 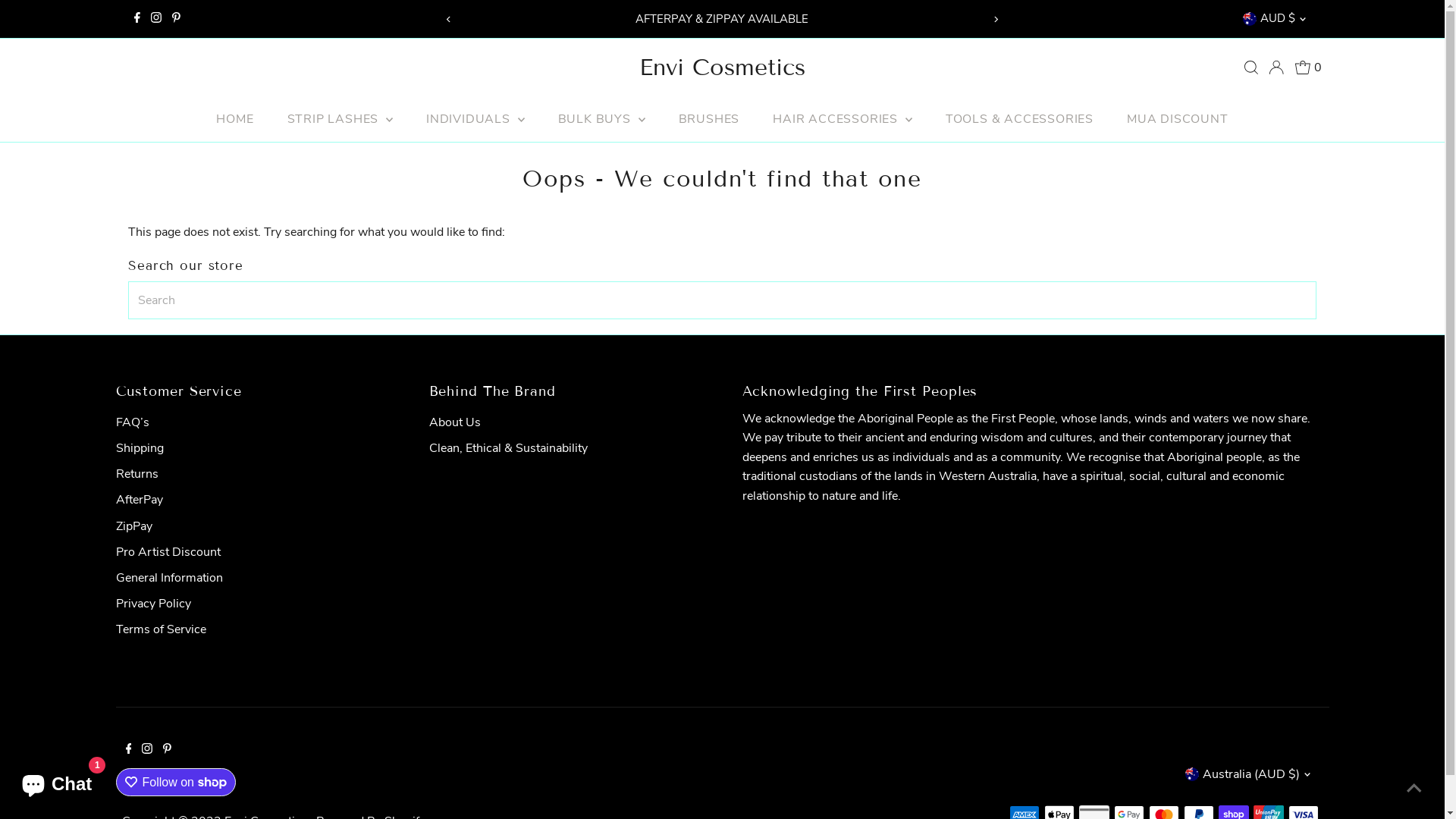 I want to click on 'Terms of Service', so click(x=160, y=629).